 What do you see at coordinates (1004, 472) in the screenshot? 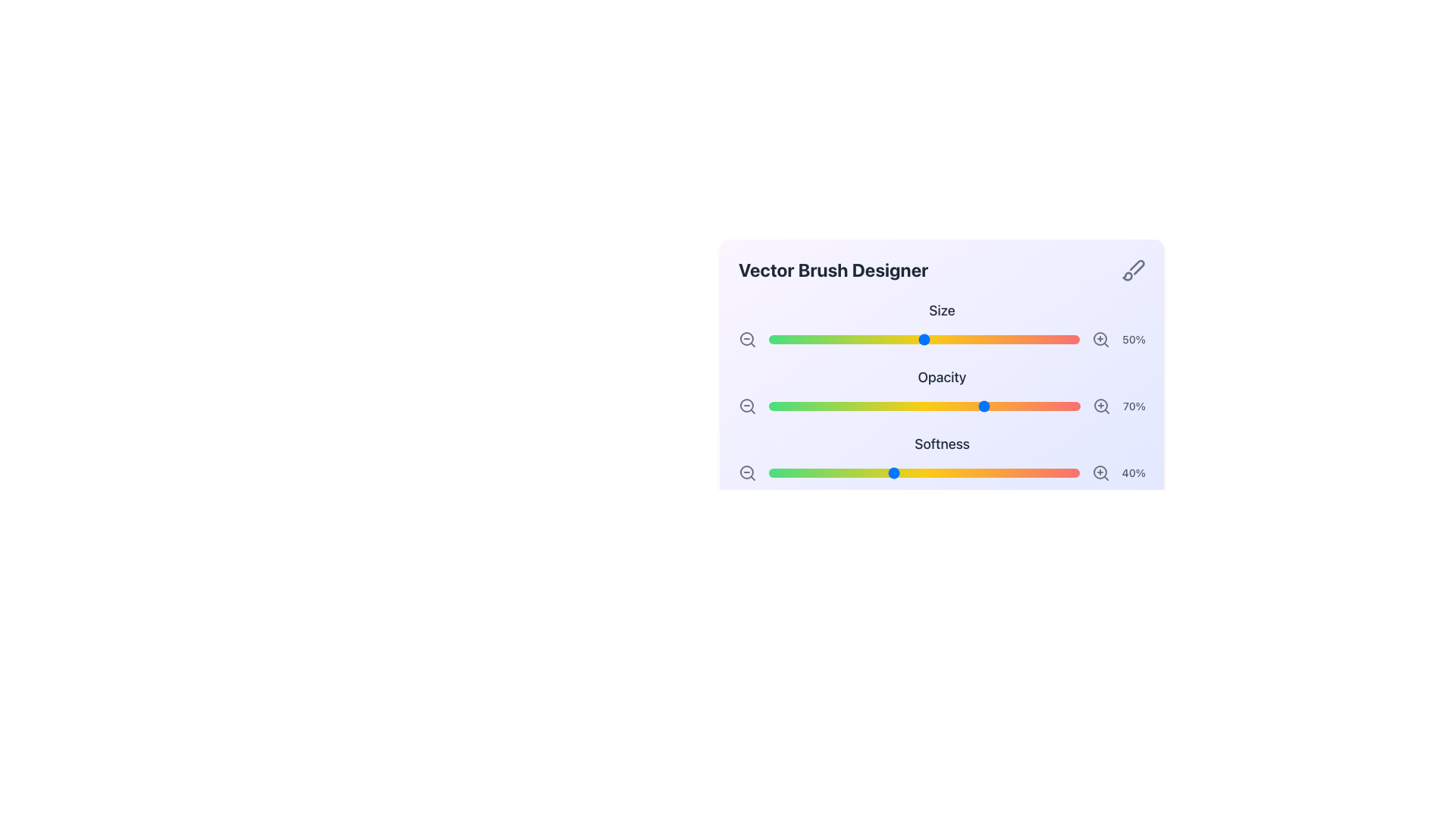
I see `the softness` at bounding box center [1004, 472].